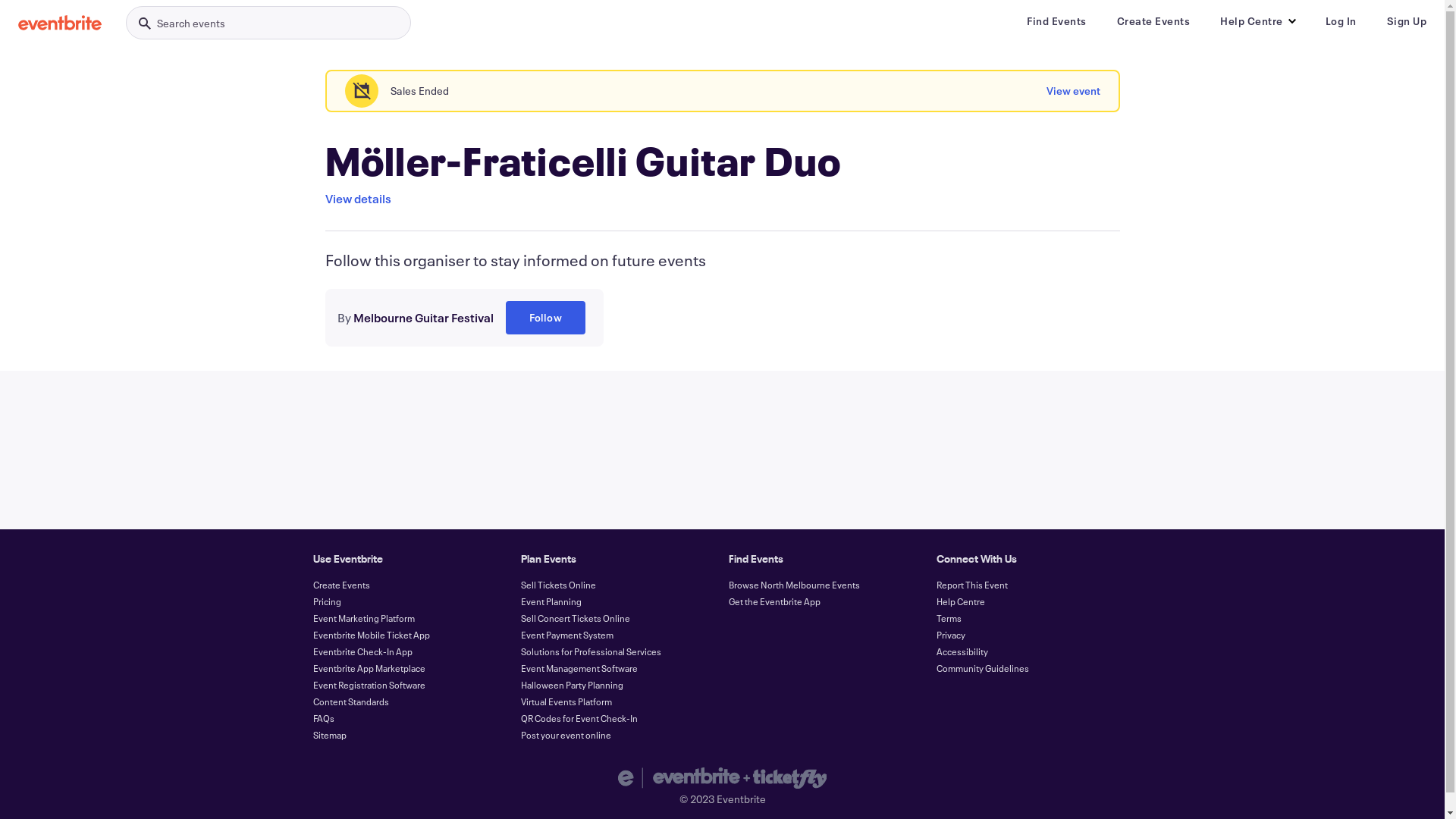 This screenshot has height=819, width=1456. Describe the element at coordinates (564, 733) in the screenshot. I see `'Post your event online'` at that location.